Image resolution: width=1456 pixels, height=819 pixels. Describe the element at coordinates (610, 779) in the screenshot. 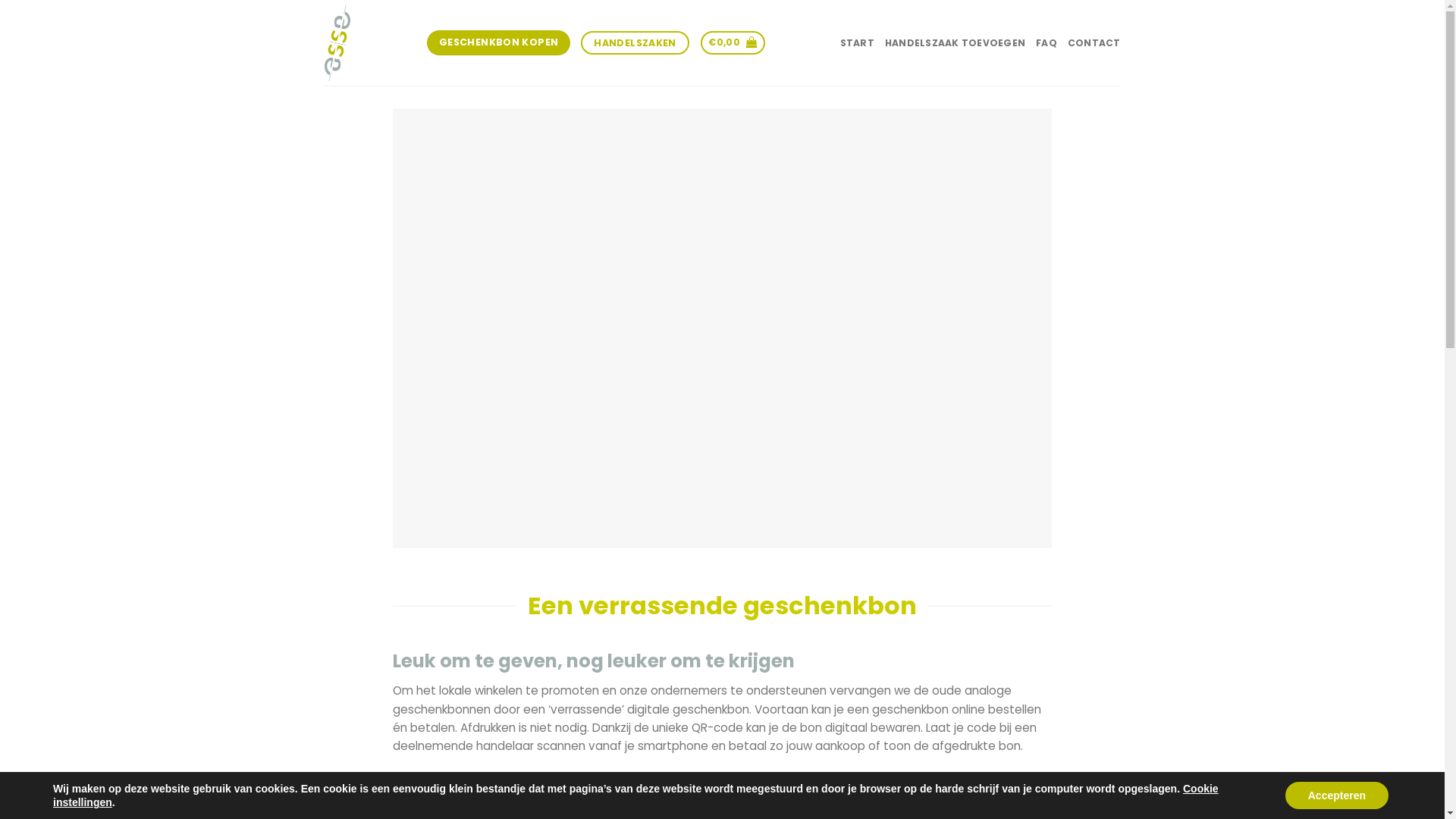

I see `'in de shop'` at that location.